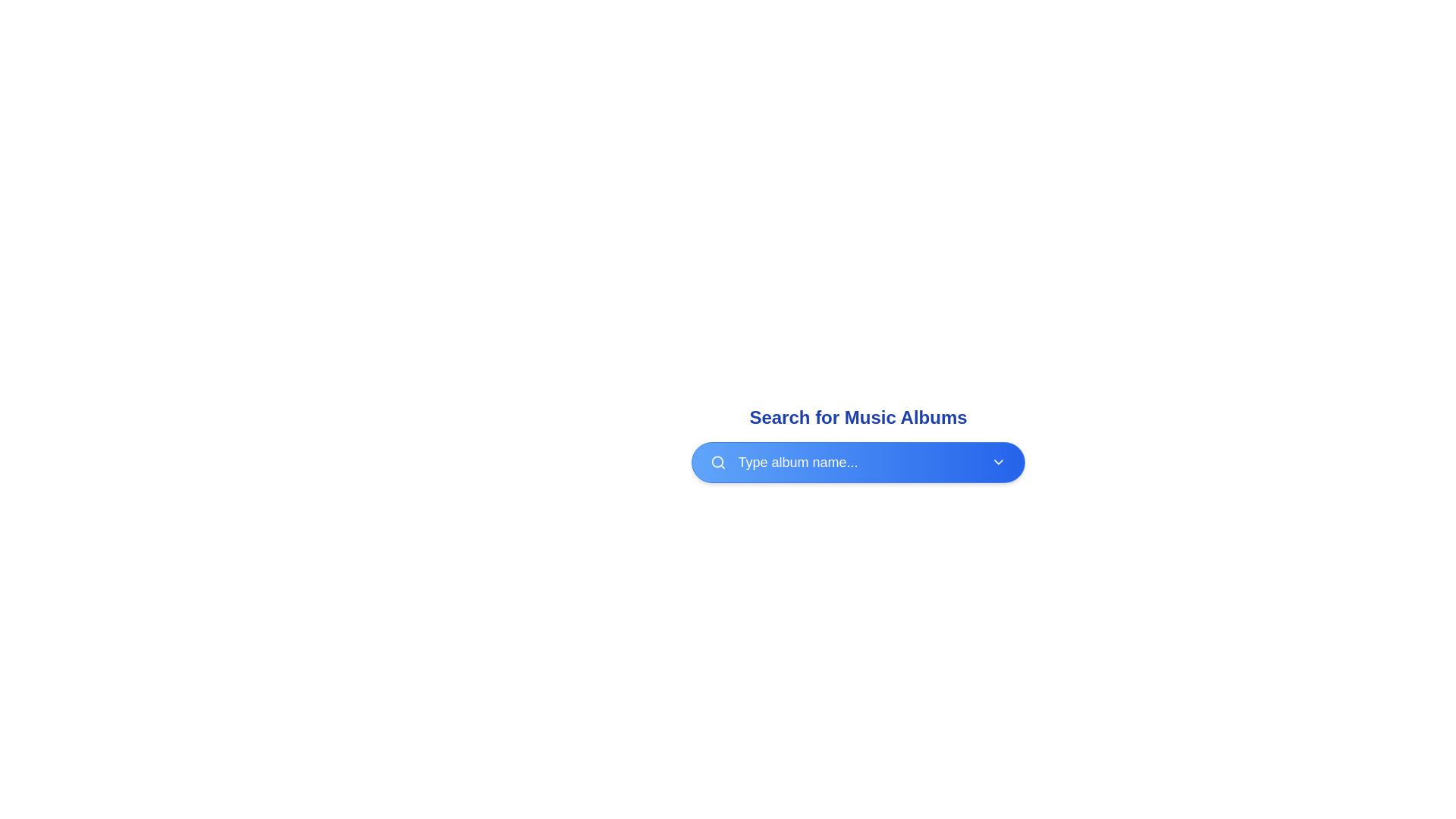 Image resolution: width=1456 pixels, height=819 pixels. What do you see at coordinates (717, 461) in the screenshot?
I see `the search icon, which is a white magnifying glass on a blue button` at bounding box center [717, 461].